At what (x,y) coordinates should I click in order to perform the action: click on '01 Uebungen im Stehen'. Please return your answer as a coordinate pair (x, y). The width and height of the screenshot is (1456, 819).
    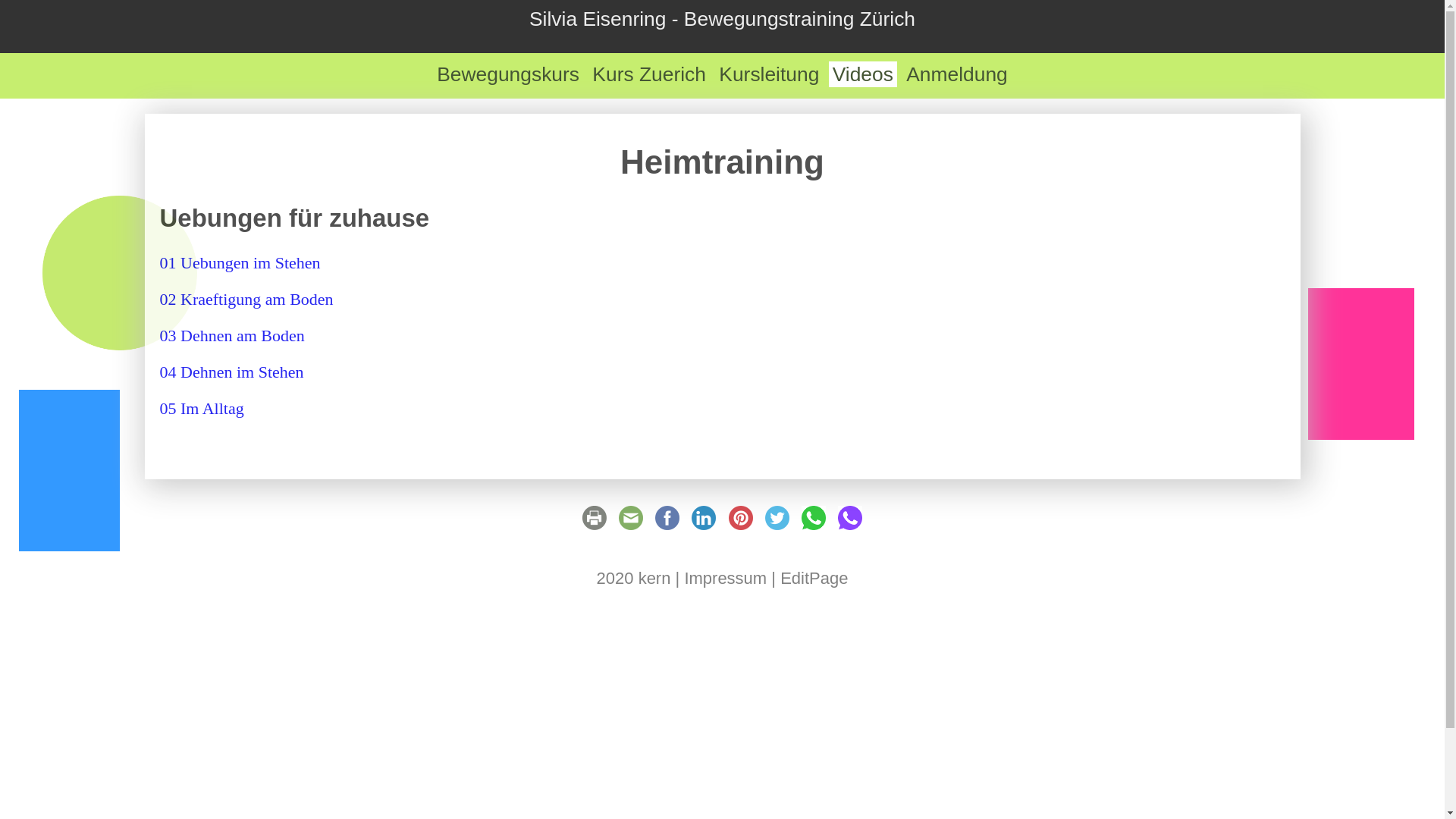
    Looking at the image, I should click on (239, 262).